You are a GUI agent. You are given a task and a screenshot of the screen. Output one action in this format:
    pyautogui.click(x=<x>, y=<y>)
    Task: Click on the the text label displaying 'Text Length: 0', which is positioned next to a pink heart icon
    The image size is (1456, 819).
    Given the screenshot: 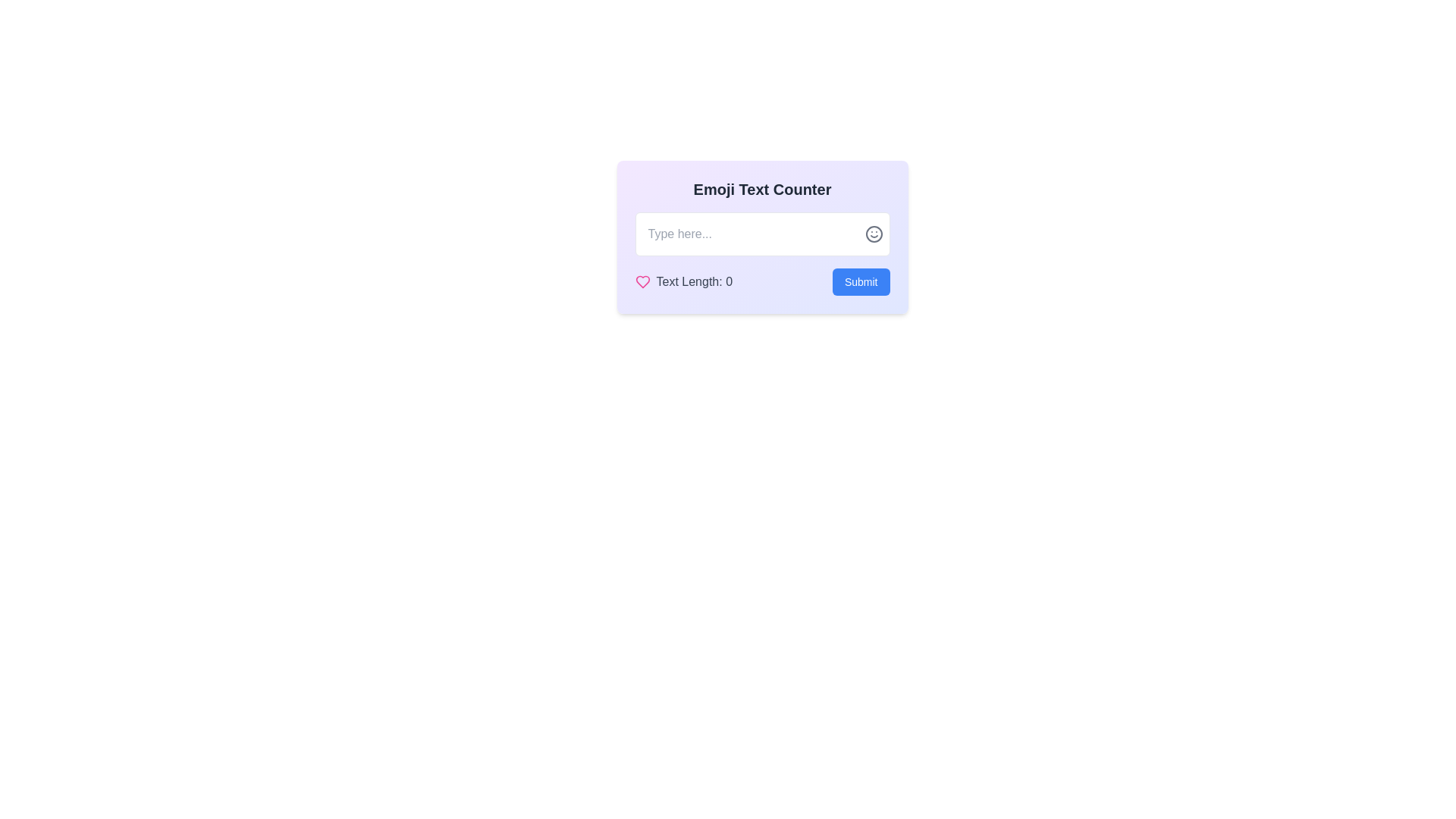 What is the action you would take?
    pyautogui.click(x=693, y=281)
    